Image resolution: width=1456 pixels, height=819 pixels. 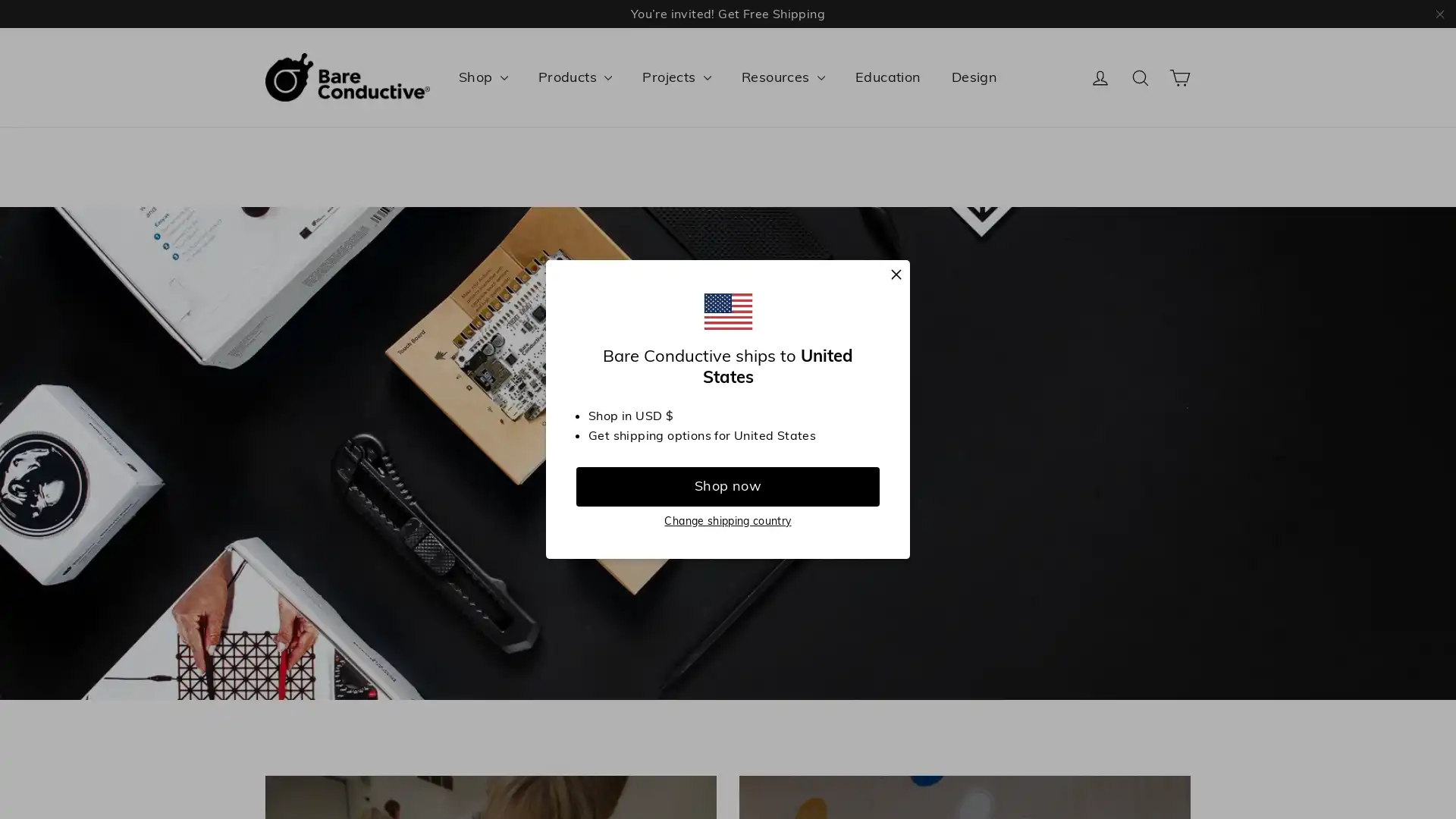 What do you see at coordinates (728, 485) in the screenshot?
I see `Shop now` at bounding box center [728, 485].